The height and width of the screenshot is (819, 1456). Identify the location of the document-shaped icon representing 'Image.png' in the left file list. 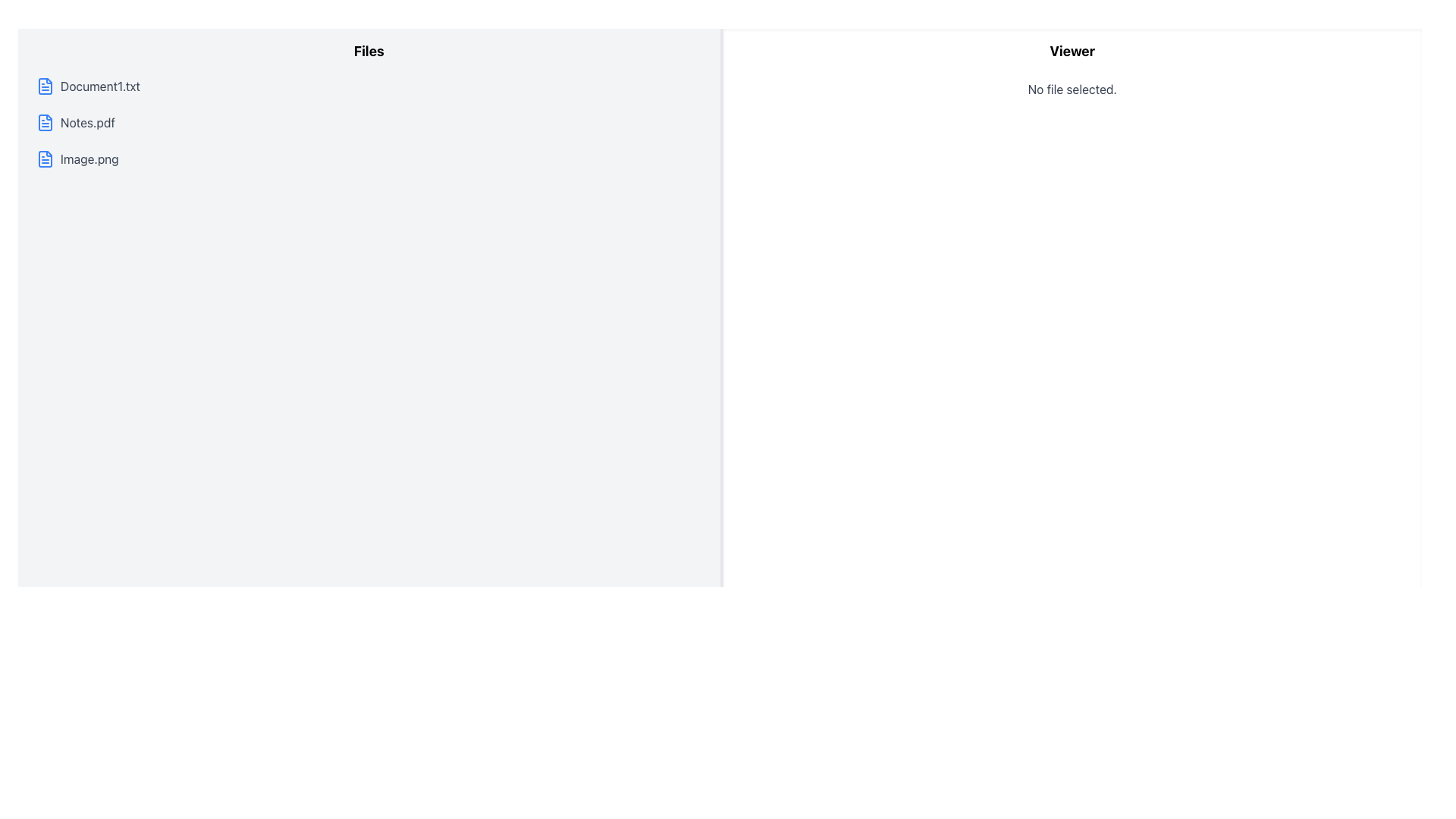
(45, 158).